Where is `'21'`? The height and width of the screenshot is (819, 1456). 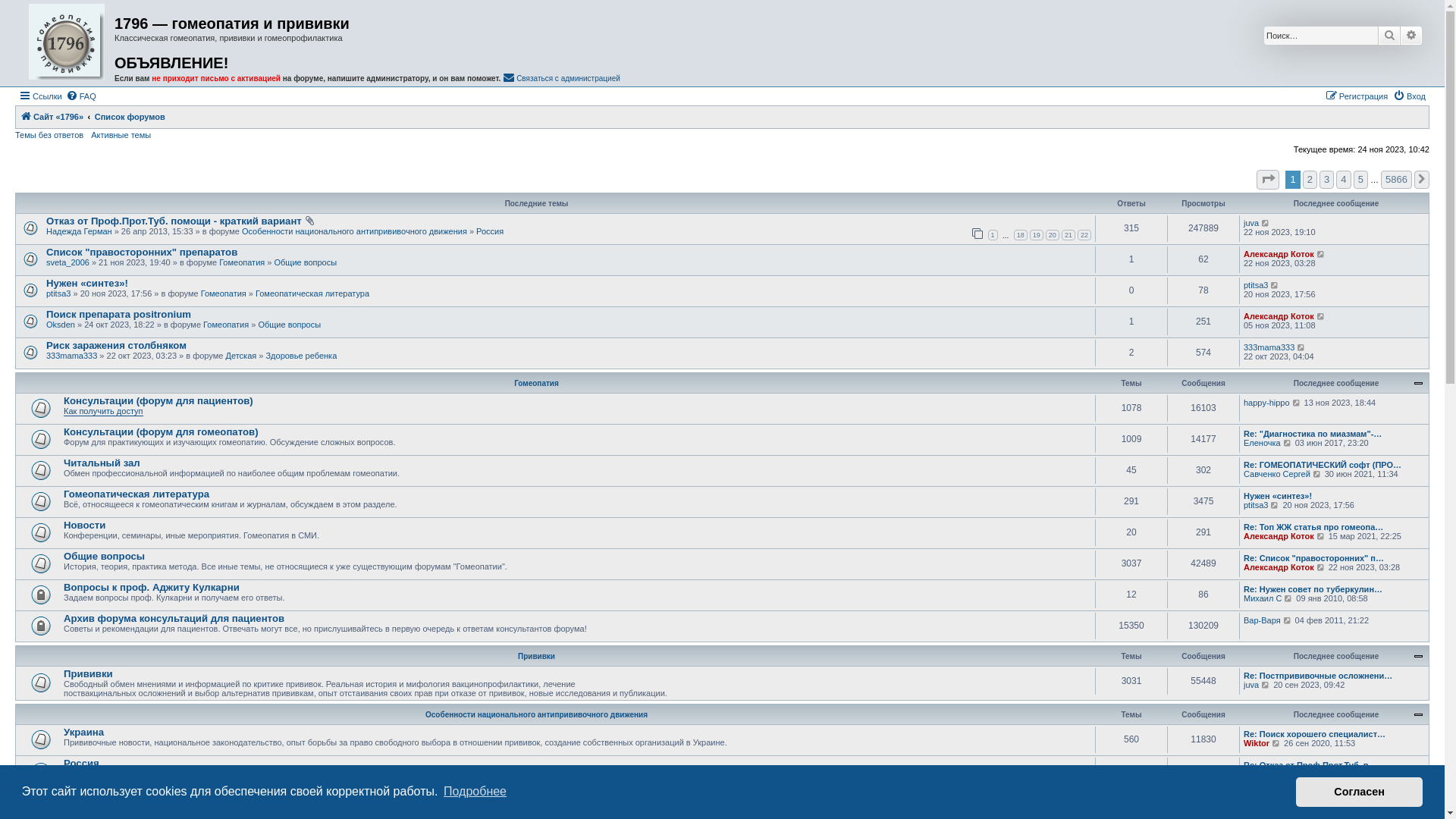
'21' is located at coordinates (1068, 234).